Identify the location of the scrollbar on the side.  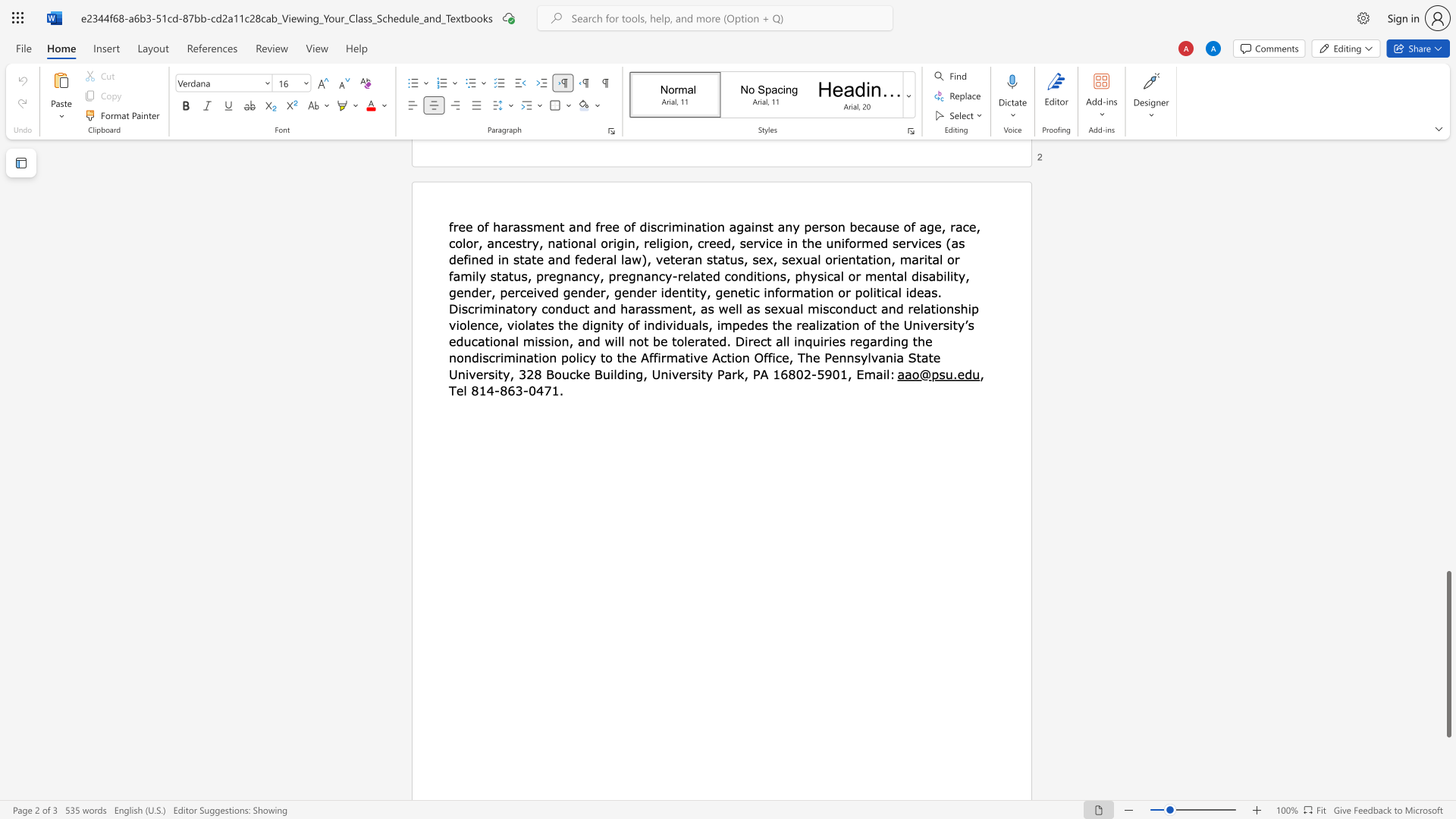
(1448, 537).